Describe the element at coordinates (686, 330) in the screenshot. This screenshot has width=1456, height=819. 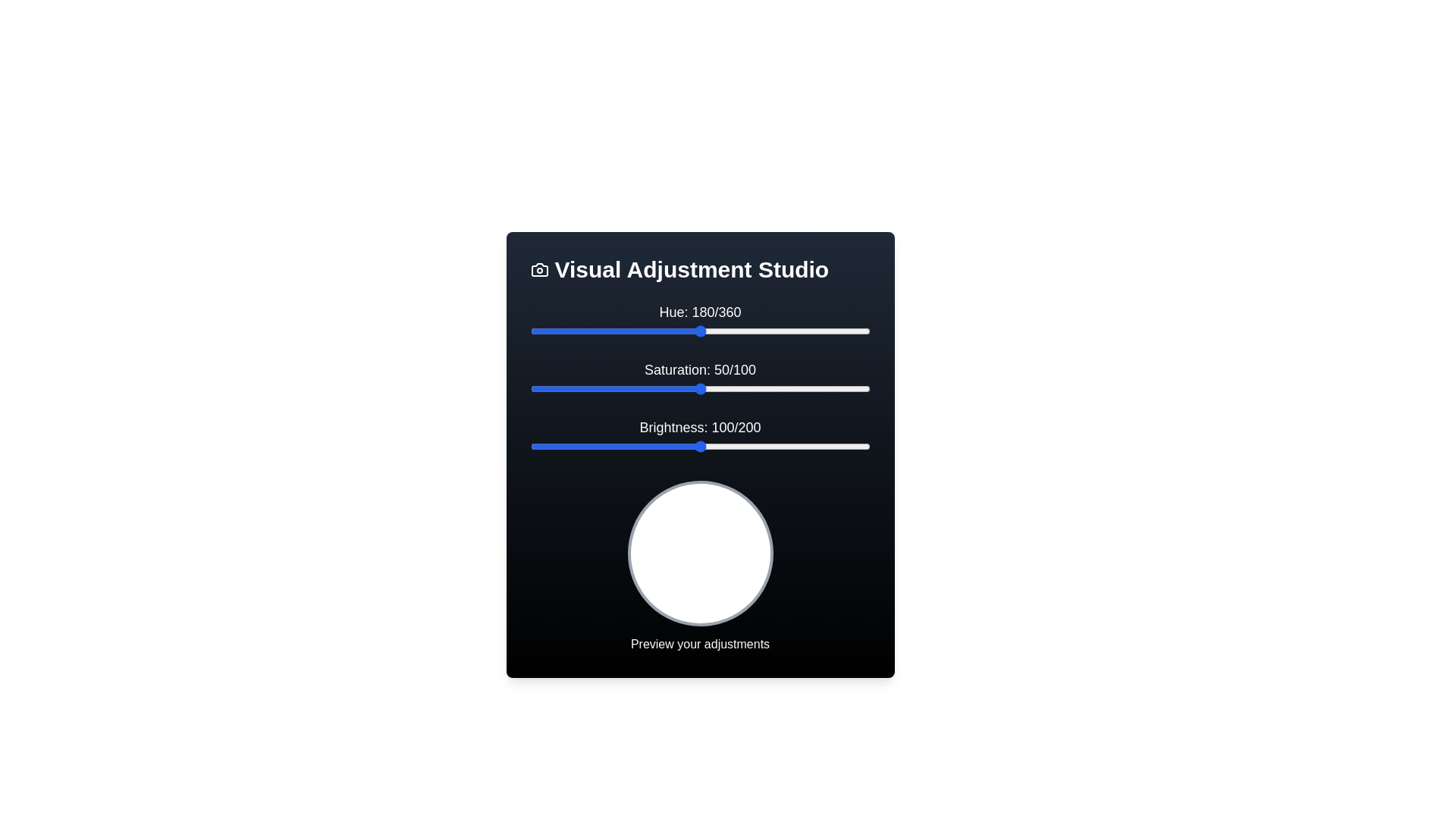
I see `the 'Hue' slider to 166 by dragging the slider` at that location.